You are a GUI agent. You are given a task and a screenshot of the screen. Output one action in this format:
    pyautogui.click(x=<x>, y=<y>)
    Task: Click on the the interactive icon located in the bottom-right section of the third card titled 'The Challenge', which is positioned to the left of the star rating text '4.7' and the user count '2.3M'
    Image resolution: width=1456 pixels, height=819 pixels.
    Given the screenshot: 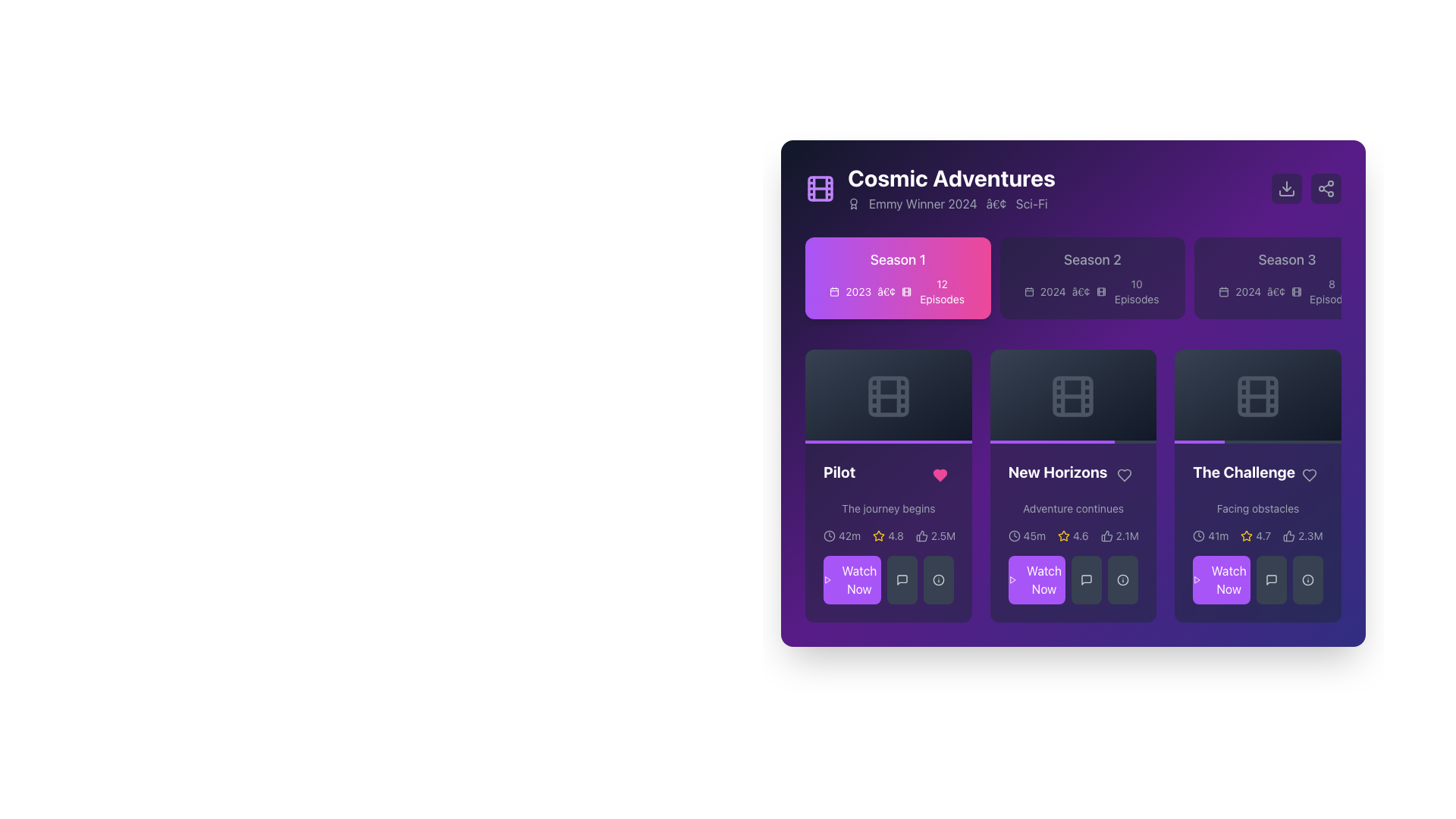 What is the action you would take?
    pyautogui.click(x=1198, y=535)
    